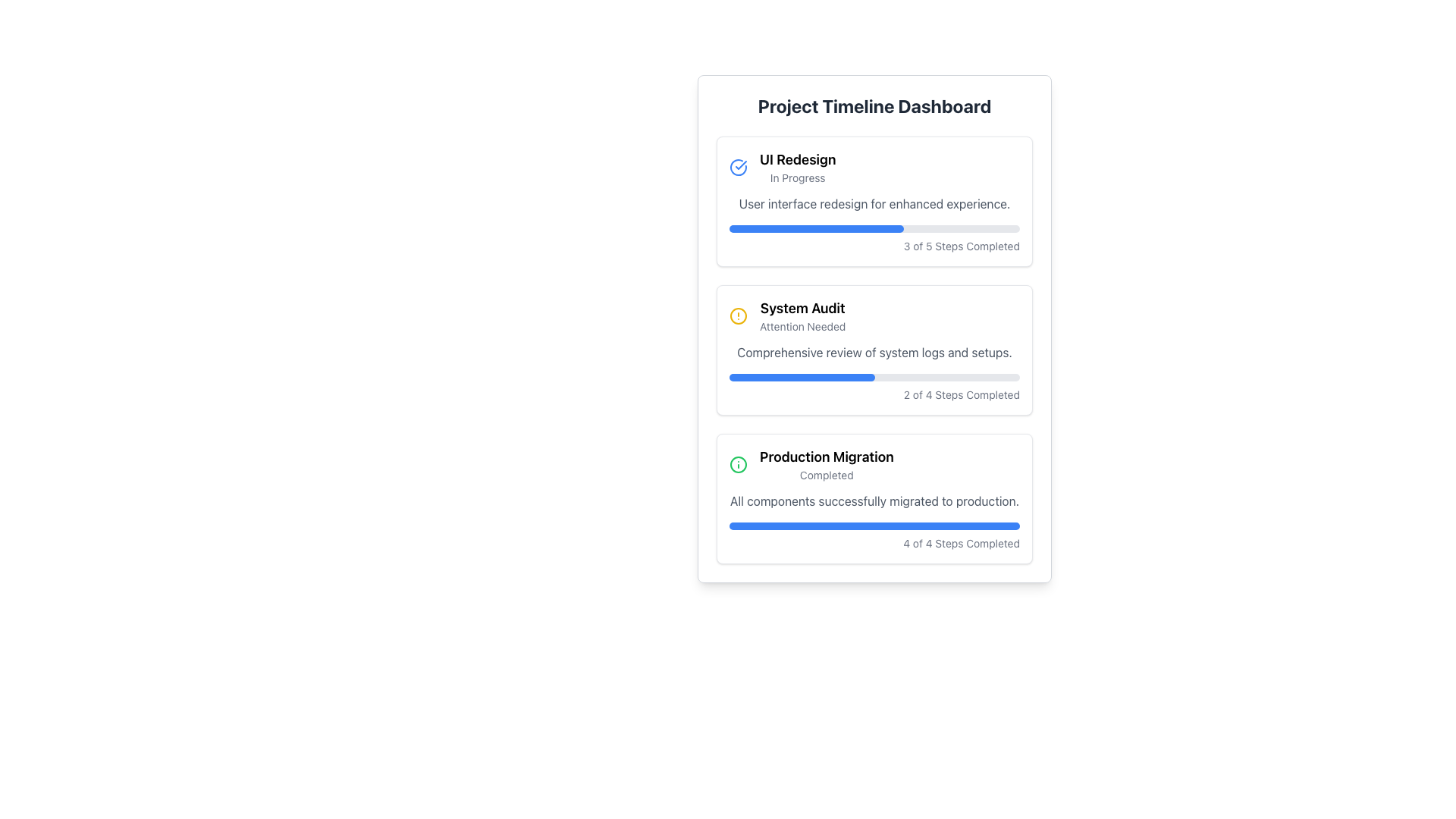  What do you see at coordinates (874, 167) in the screenshot?
I see `the 'In Progress' status indicator for the 'UI Redesign' task located at the top of the first card in the 'Project Timeline Dashboard'` at bounding box center [874, 167].